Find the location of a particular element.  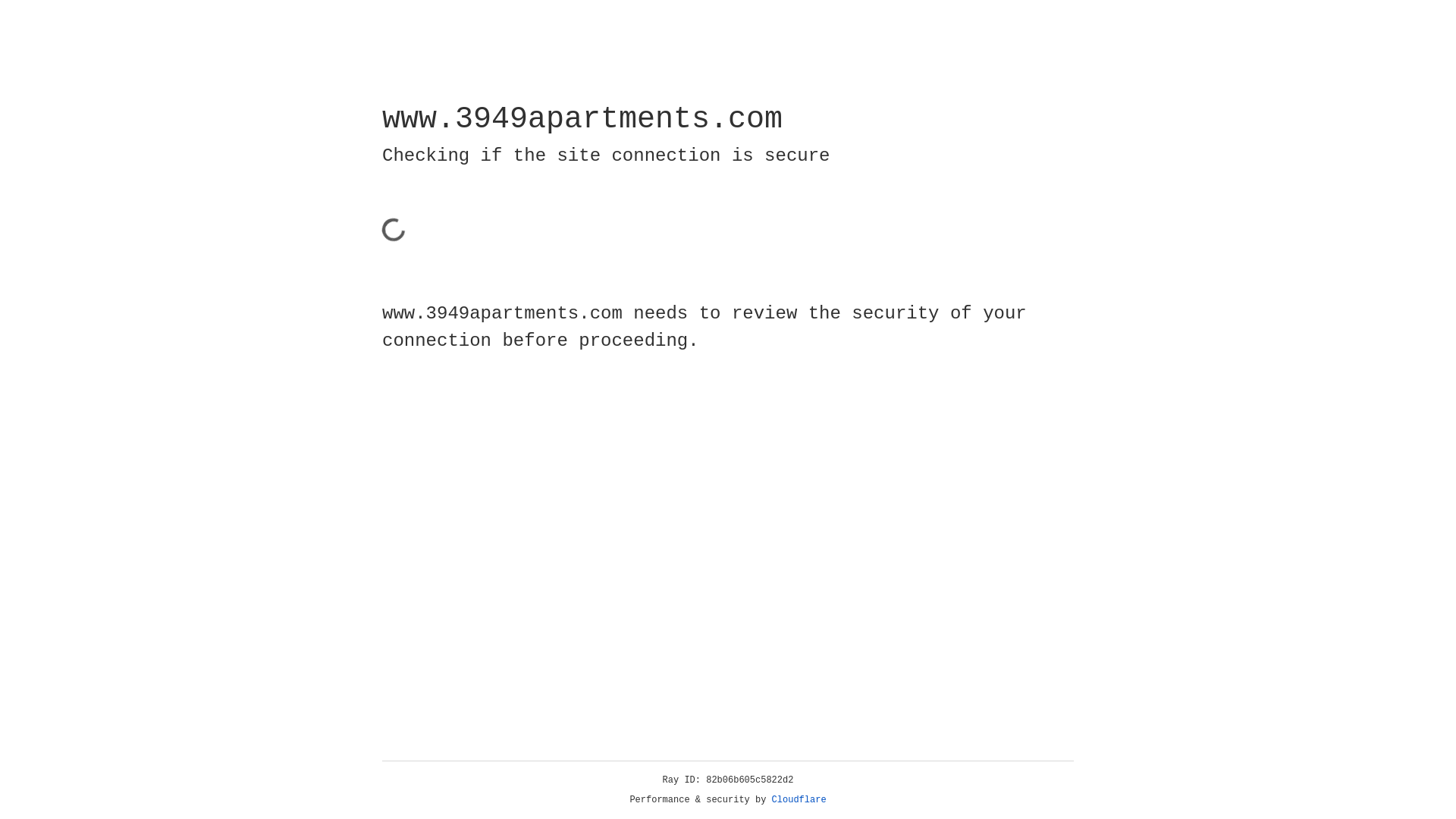

'Cloudflare' is located at coordinates (799, 799).